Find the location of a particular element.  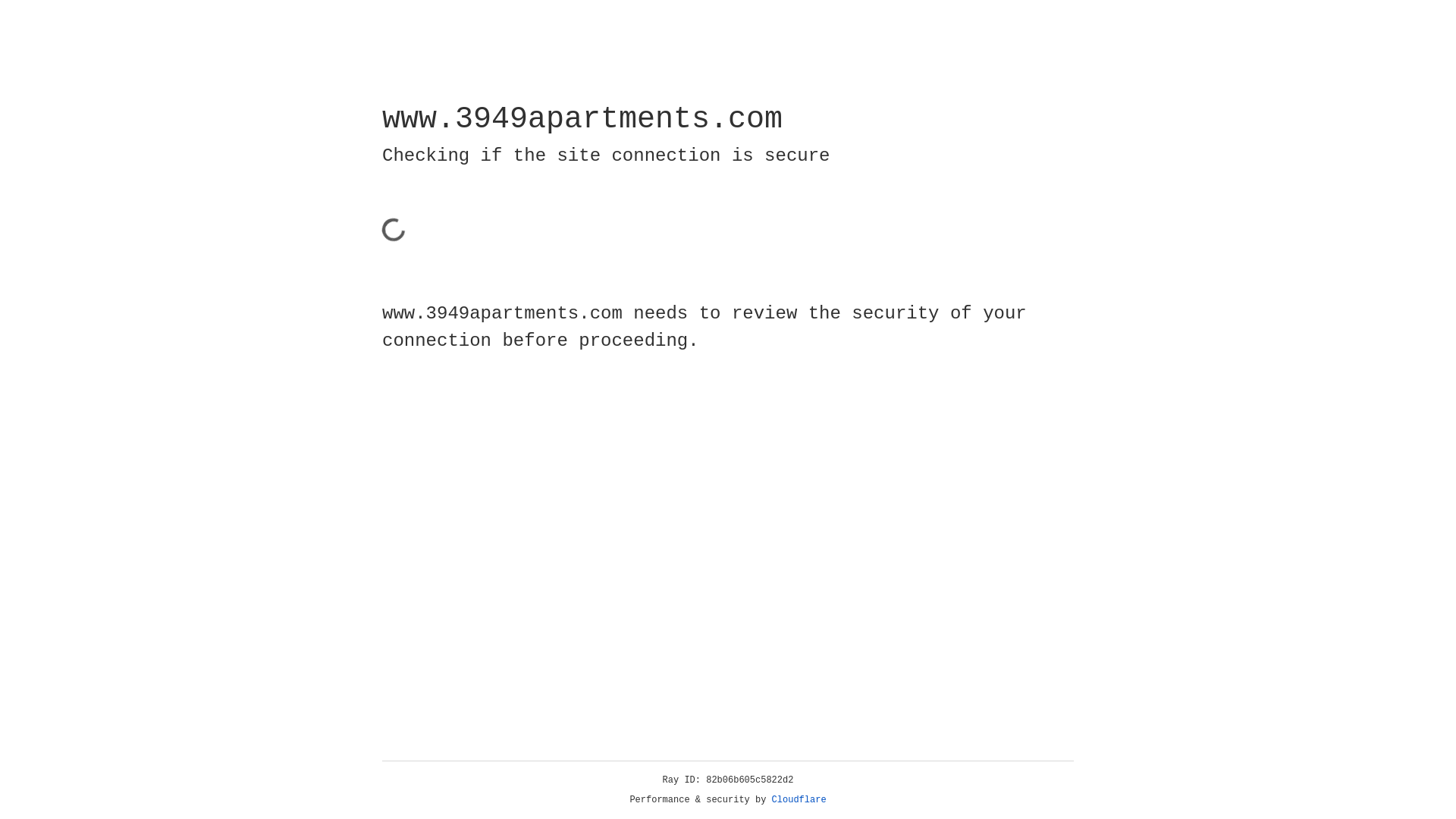

'Cloudflare' is located at coordinates (799, 799).